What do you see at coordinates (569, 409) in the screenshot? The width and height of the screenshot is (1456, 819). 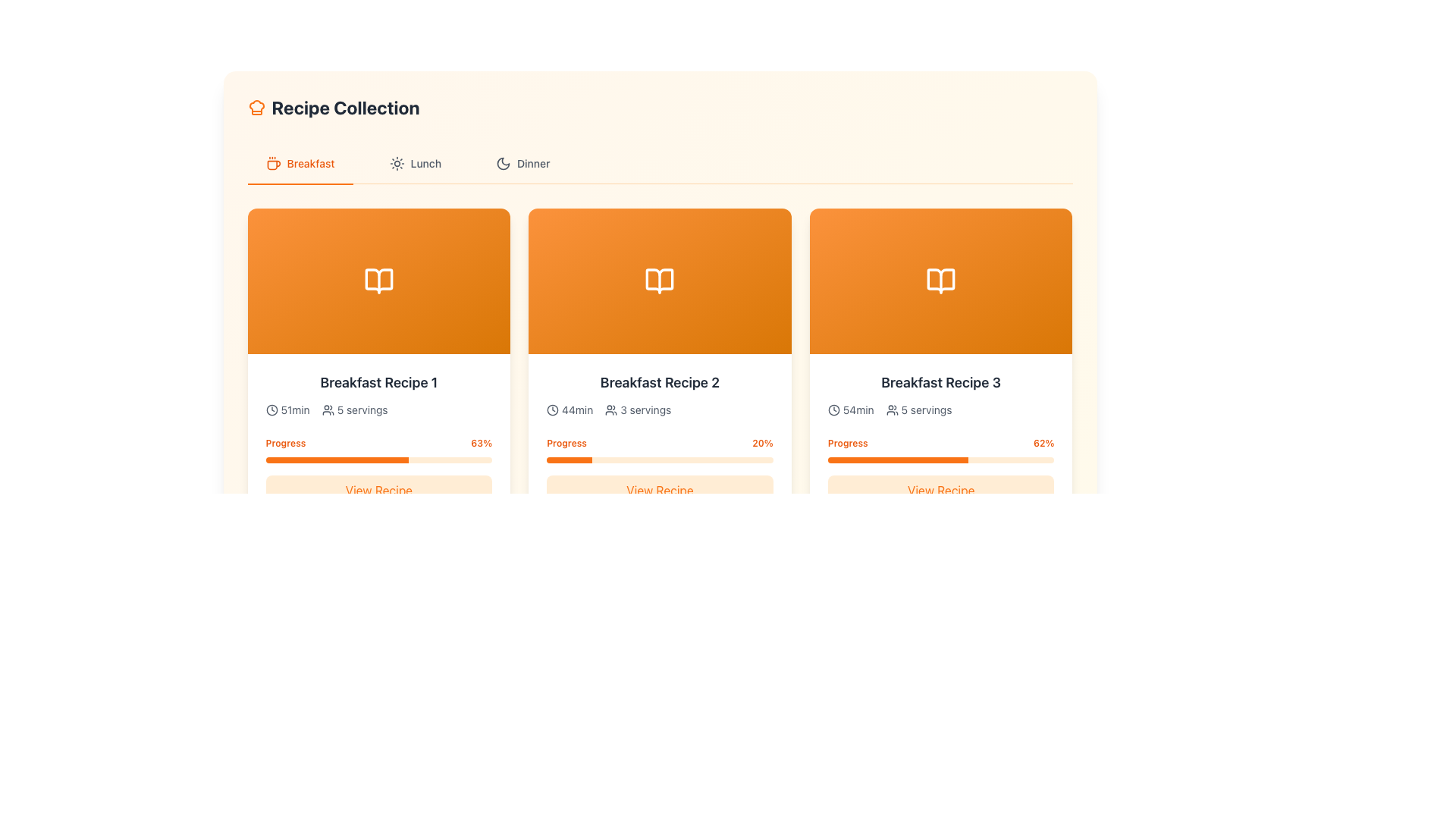 I see `time displayed on the informational label with an icon located in the 'Breakfast Recipe 2' section, positioned in the upper-left area of the card, below the title` at bounding box center [569, 409].